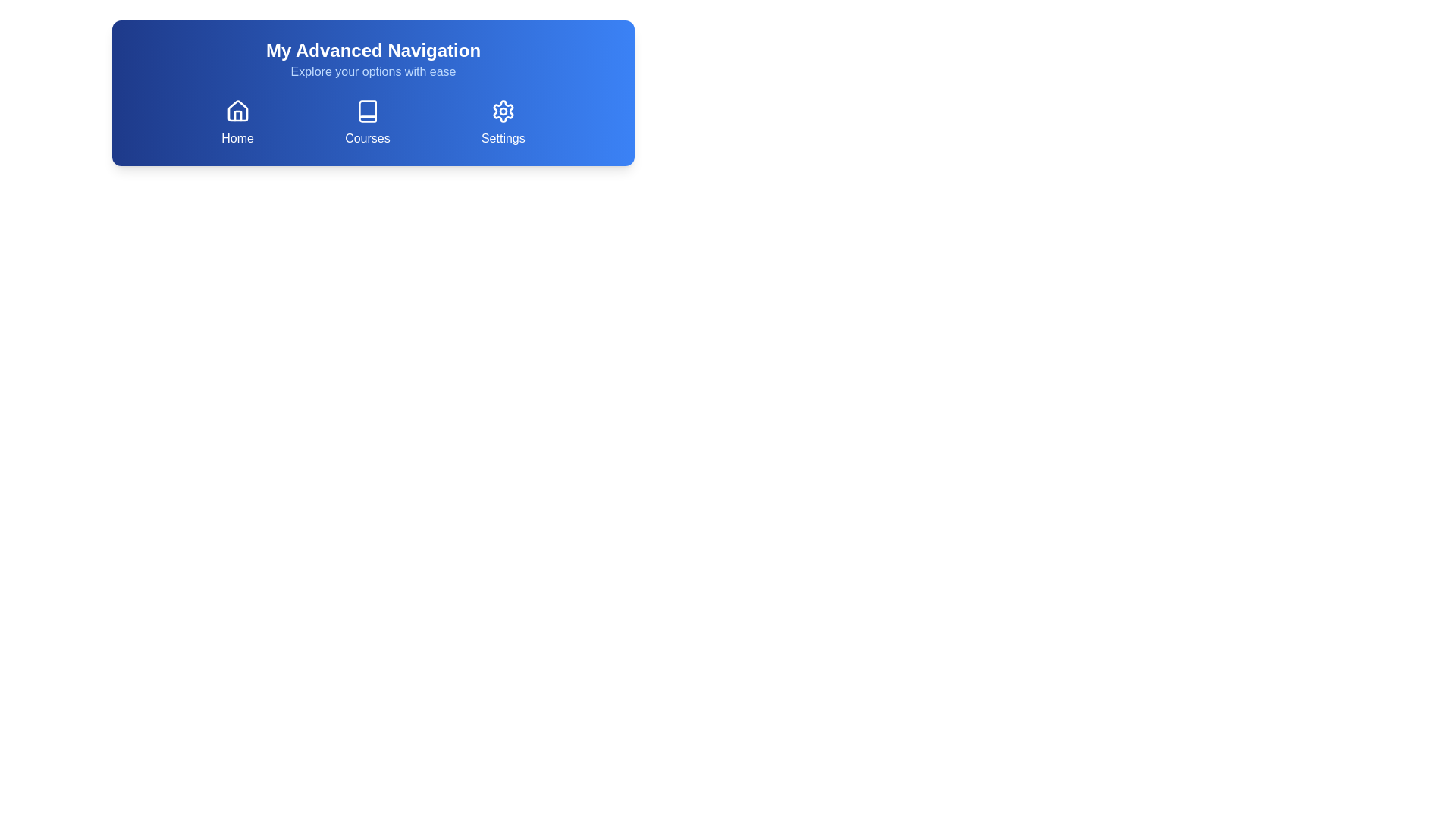 Image resolution: width=1456 pixels, height=819 pixels. I want to click on the 'Settings' button with a cogwheel icon in the navigation bar, so click(503, 122).